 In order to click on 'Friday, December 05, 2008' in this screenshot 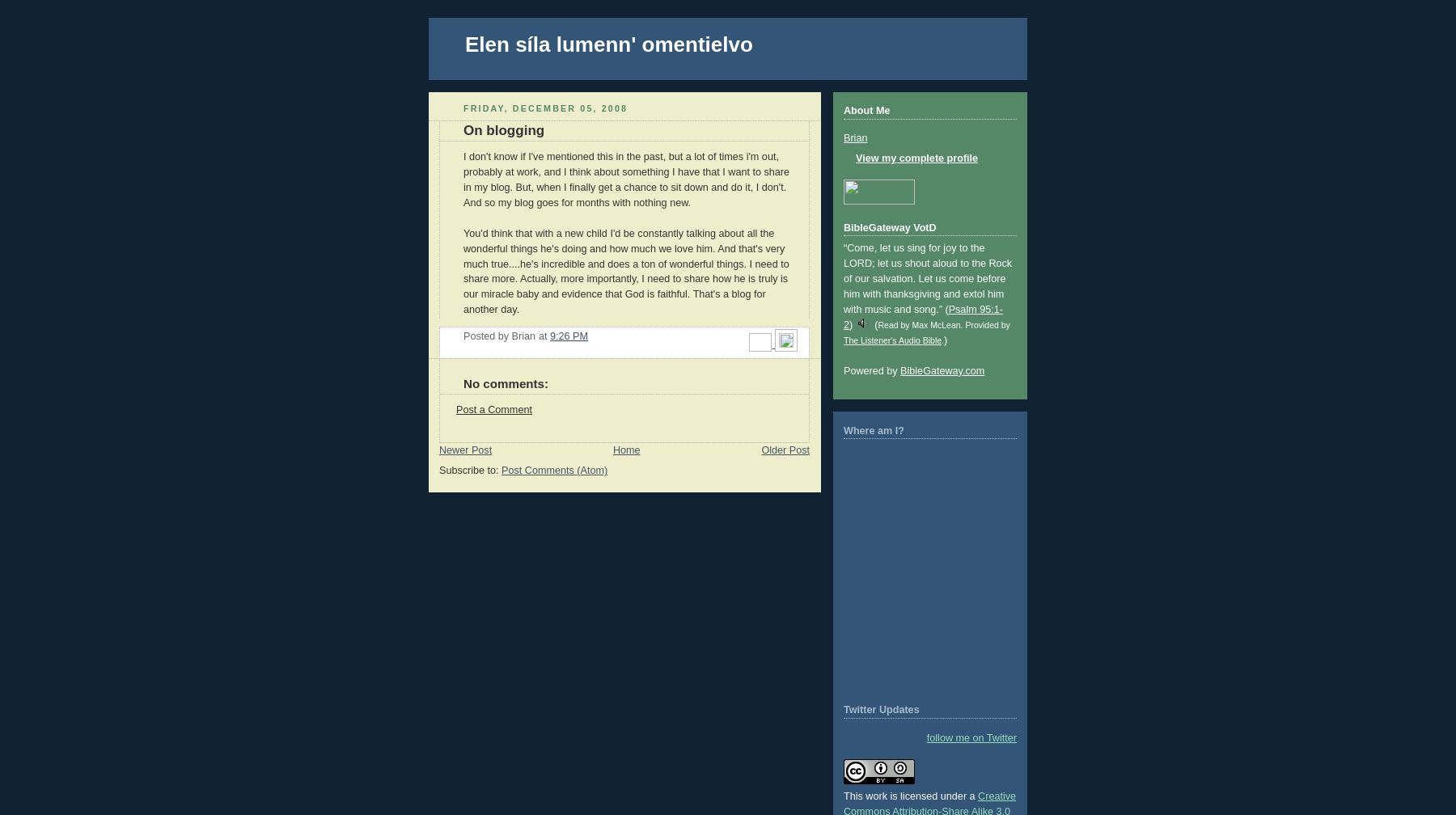, I will do `click(463, 108)`.